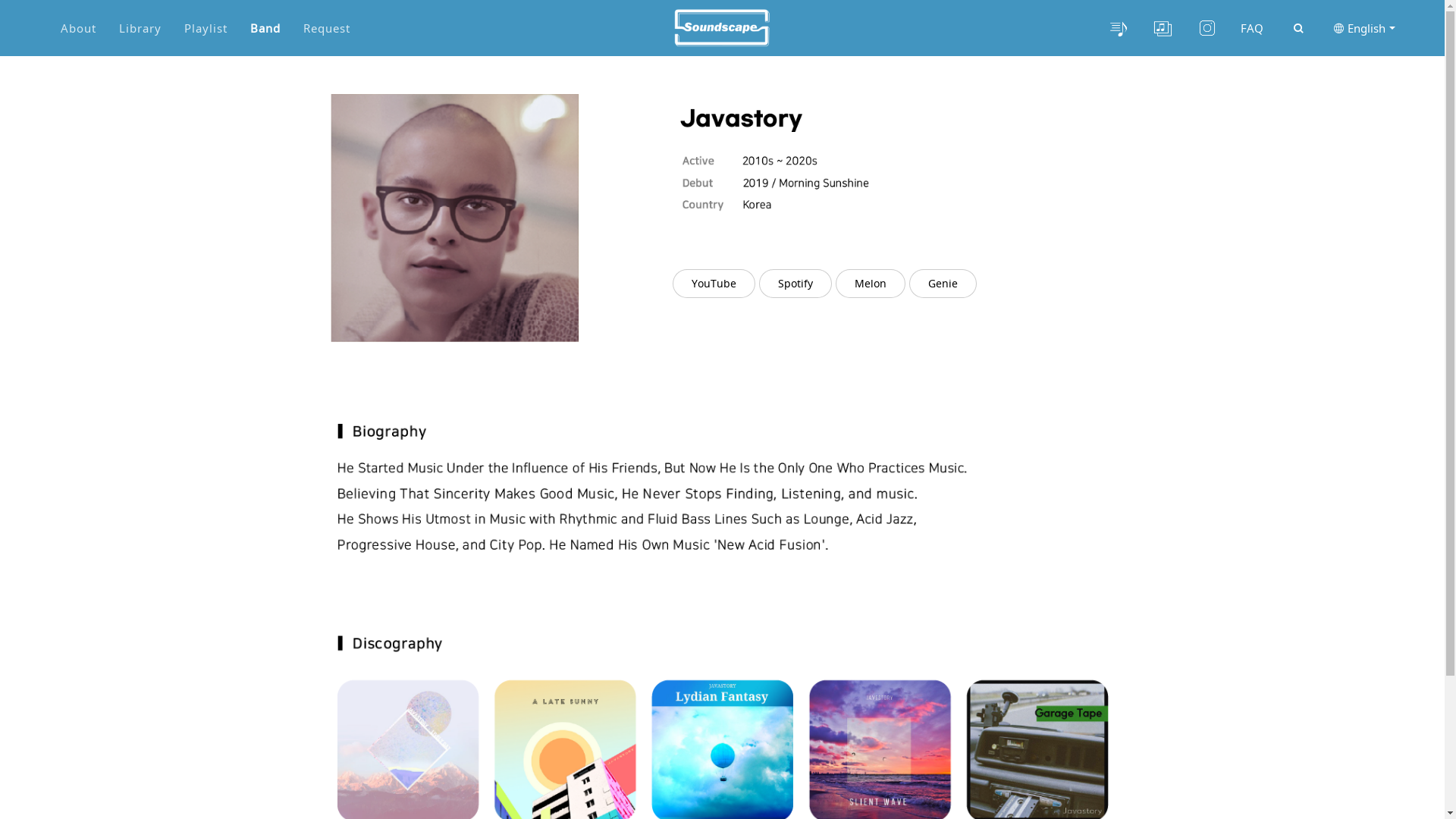  I want to click on 'Library', so click(140, 28).